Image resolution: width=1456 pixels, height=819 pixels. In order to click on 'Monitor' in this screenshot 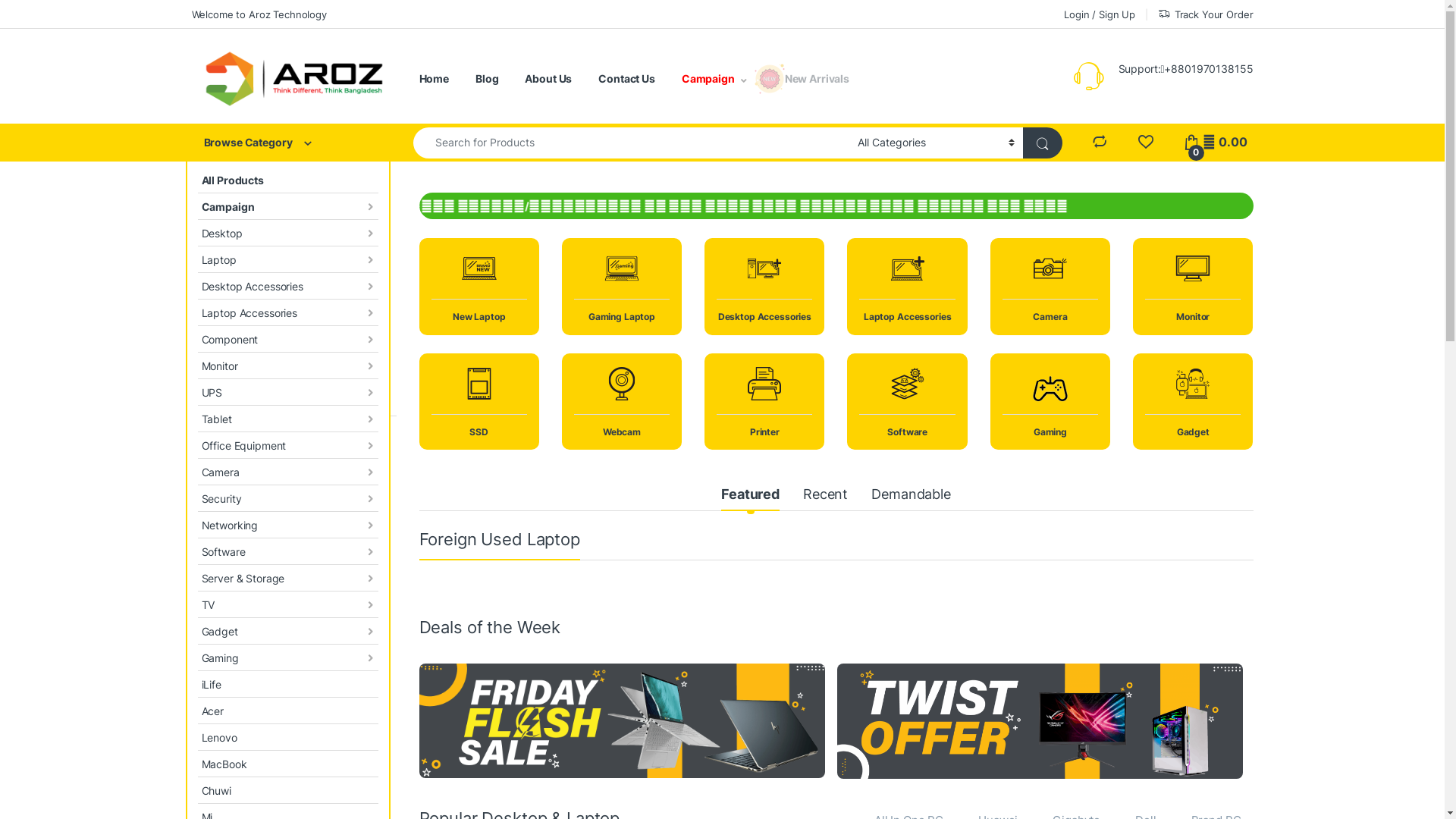, I will do `click(287, 366)`.